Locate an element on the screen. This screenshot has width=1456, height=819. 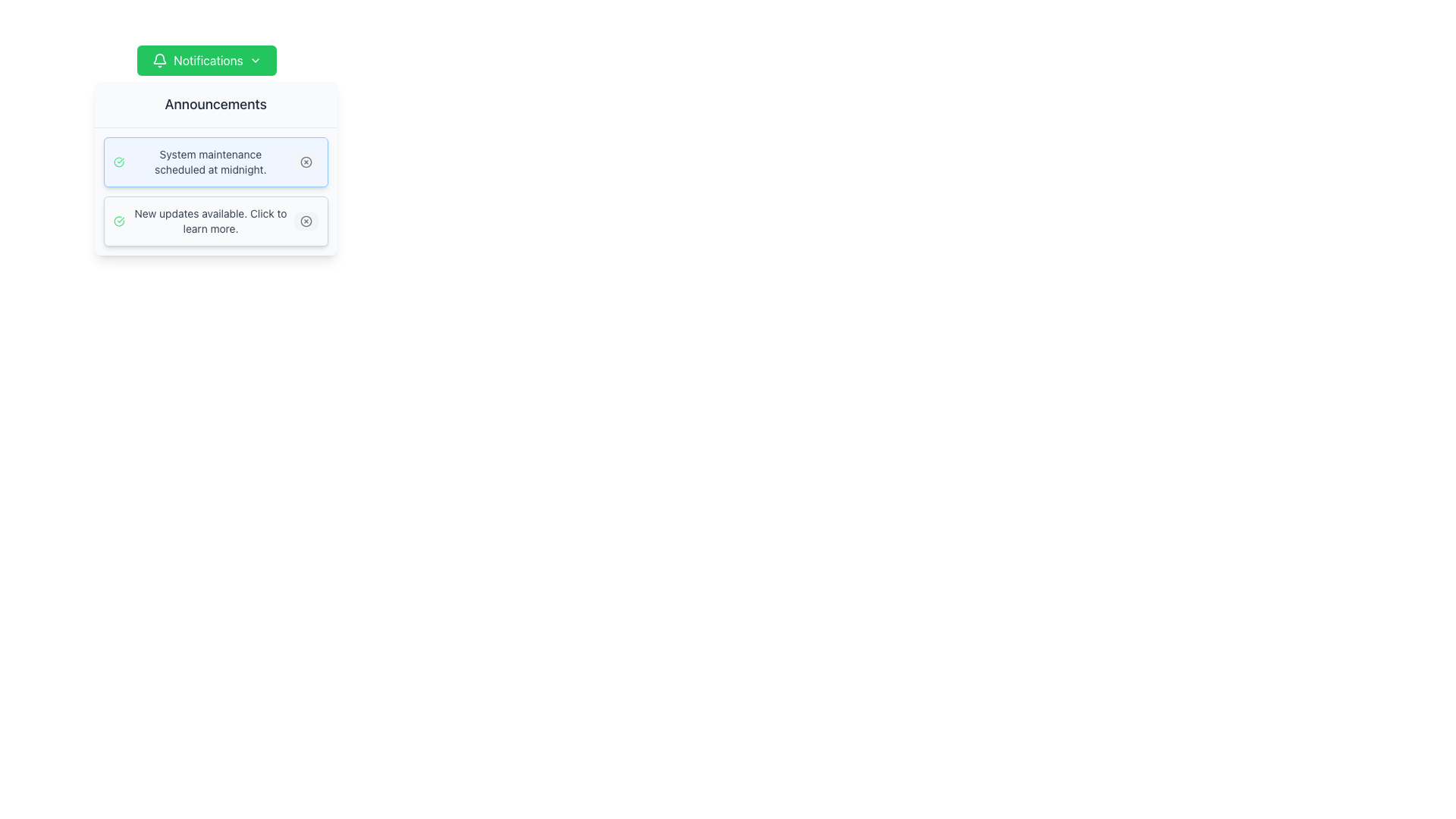
the Text Label that indicates the purpose of the announcements section, positioned below the 'Notifications' header is located at coordinates (215, 104).